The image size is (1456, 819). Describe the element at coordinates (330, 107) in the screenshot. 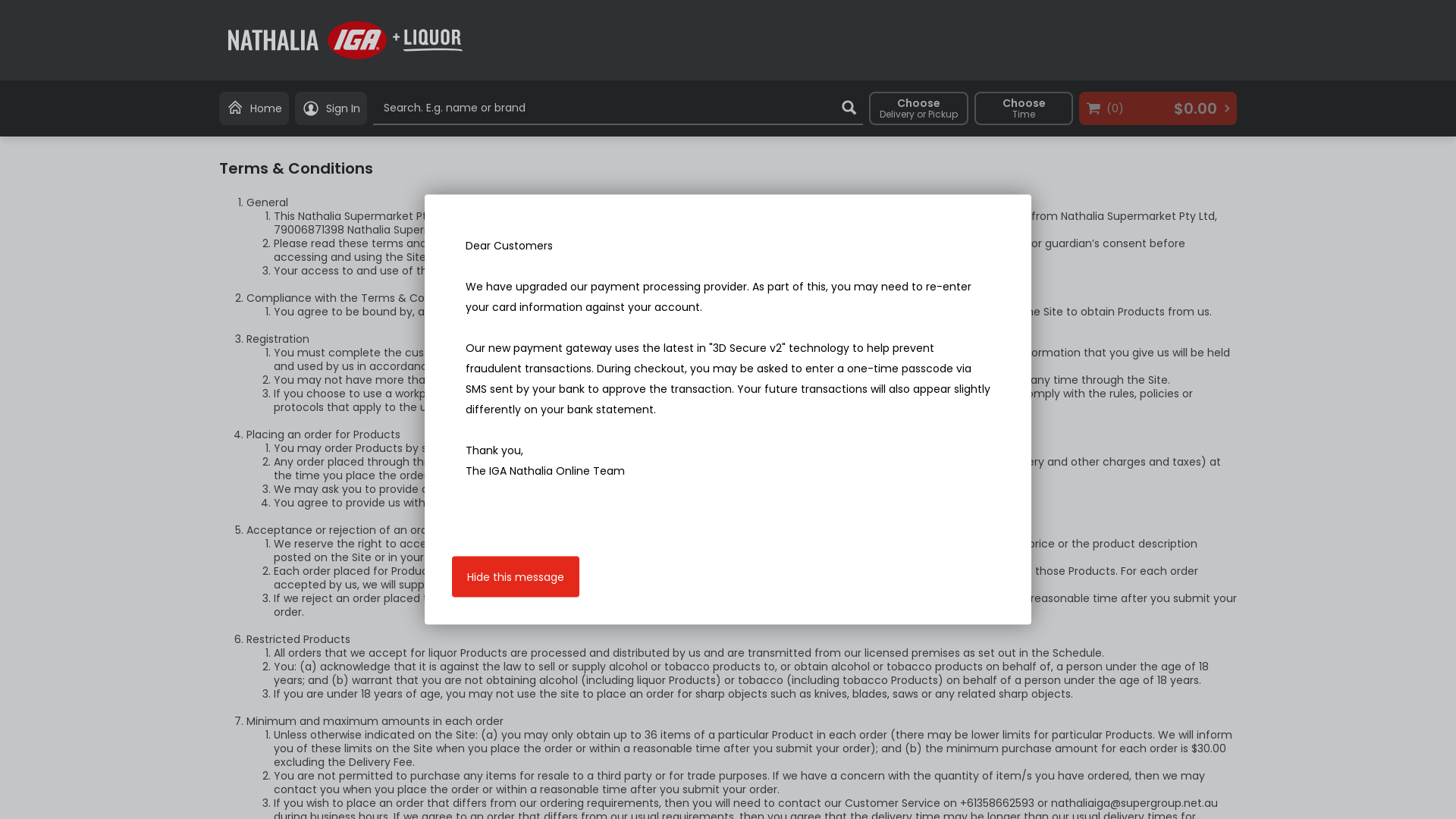

I see `'Sign In'` at that location.